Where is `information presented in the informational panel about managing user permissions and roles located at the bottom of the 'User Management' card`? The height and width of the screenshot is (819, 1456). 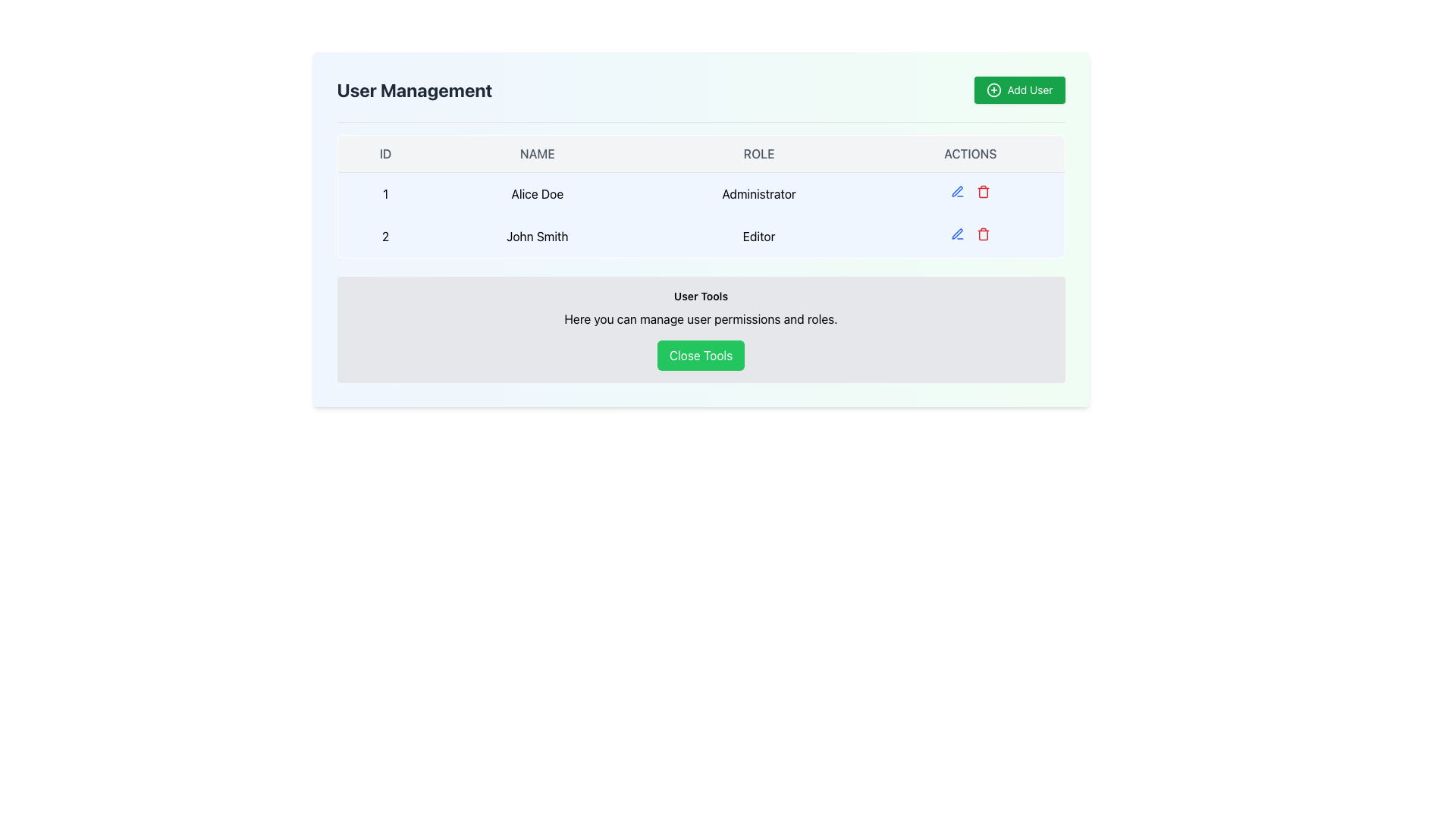
information presented in the informational panel about managing user permissions and roles located at the bottom of the 'User Management' card is located at coordinates (700, 329).